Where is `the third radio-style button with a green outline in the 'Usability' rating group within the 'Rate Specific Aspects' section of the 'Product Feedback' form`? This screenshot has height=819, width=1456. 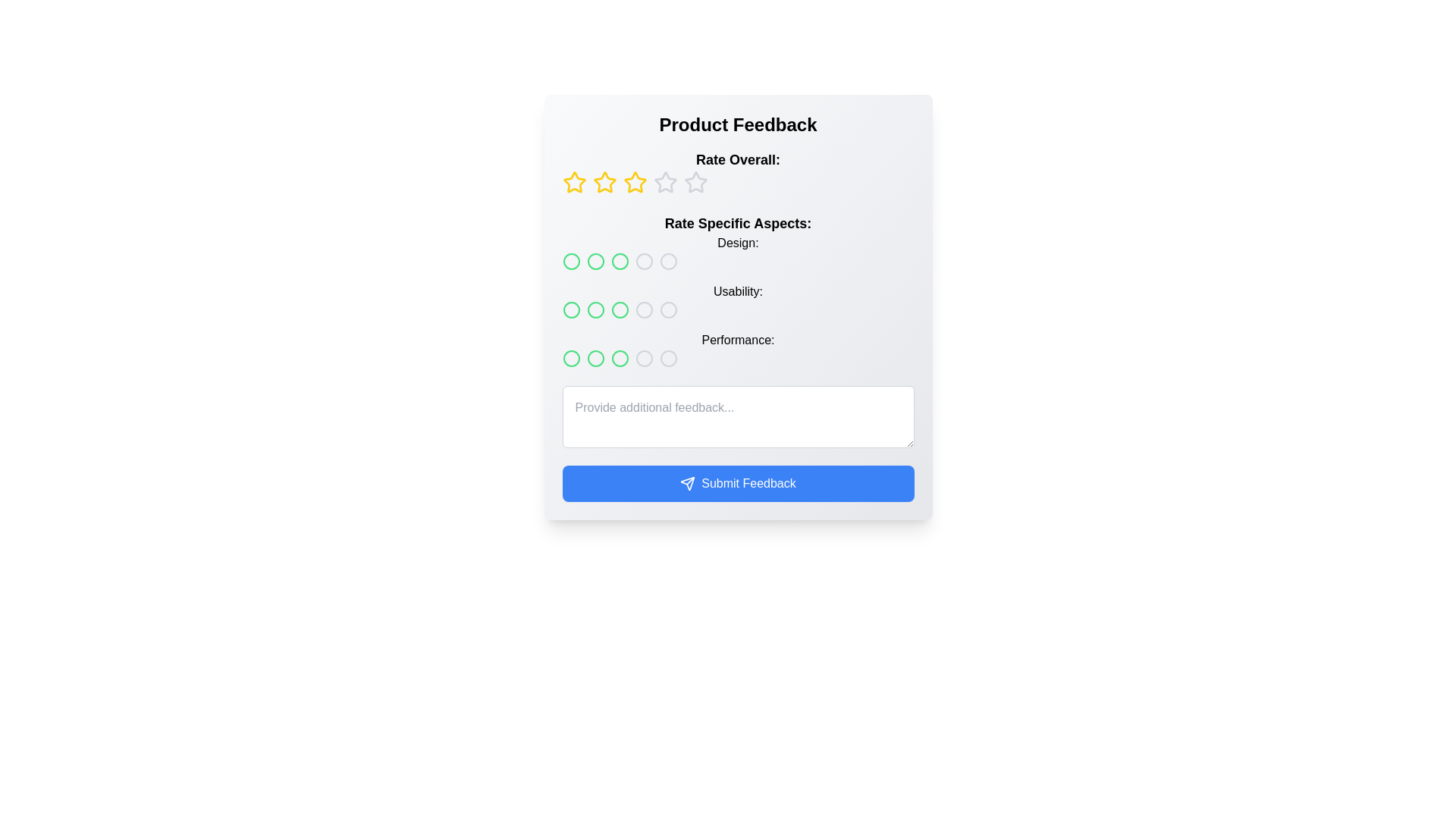 the third radio-style button with a green outline in the 'Usability' rating group within the 'Rate Specific Aspects' section of the 'Product Feedback' form is located at coordinates (595, 309).